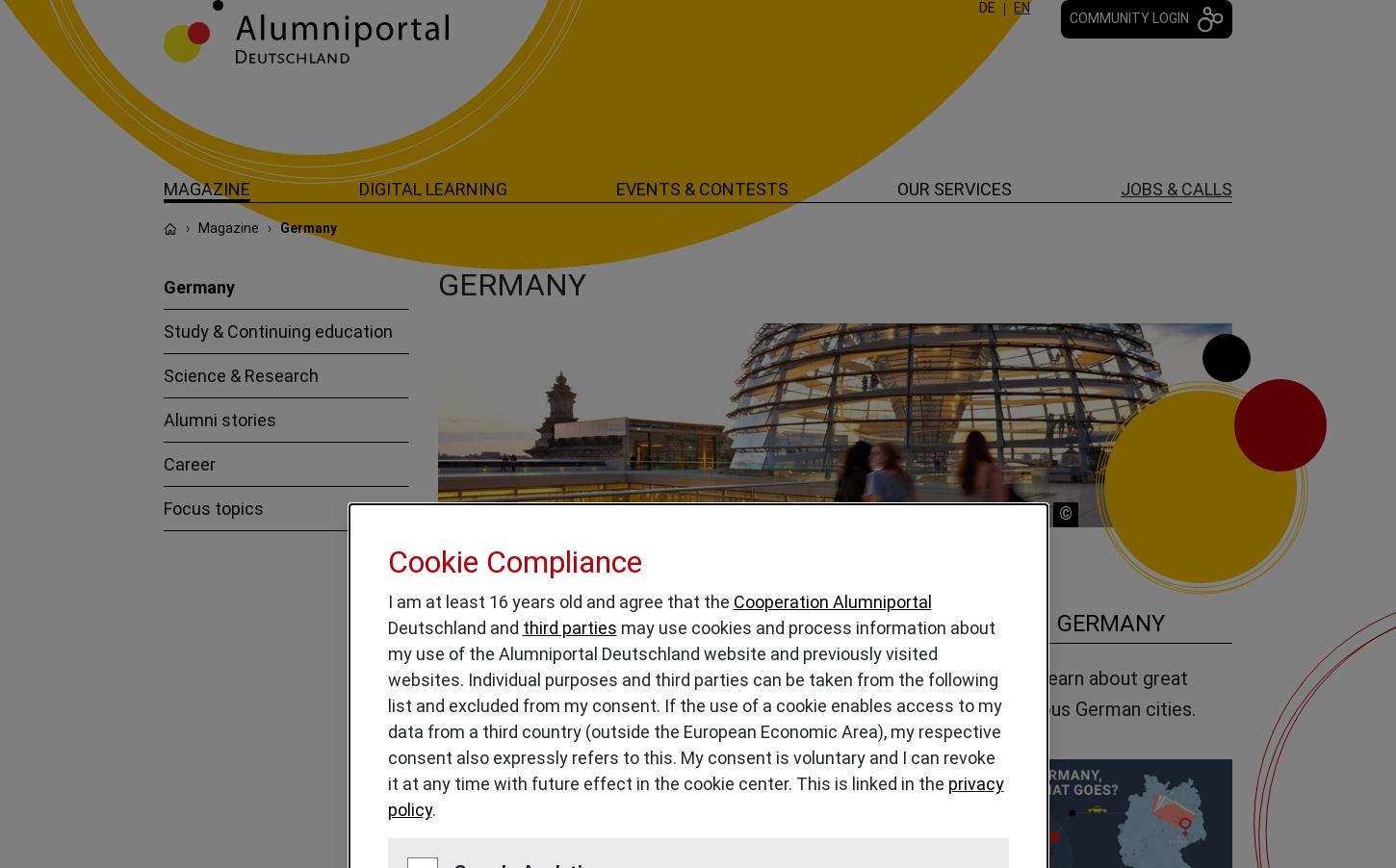 Image resolution: width=1396 pixels, height=868 pixels. Describe the element at coordinates (702, 188) in the screenshot. I see `'Events & contests'` at that location.